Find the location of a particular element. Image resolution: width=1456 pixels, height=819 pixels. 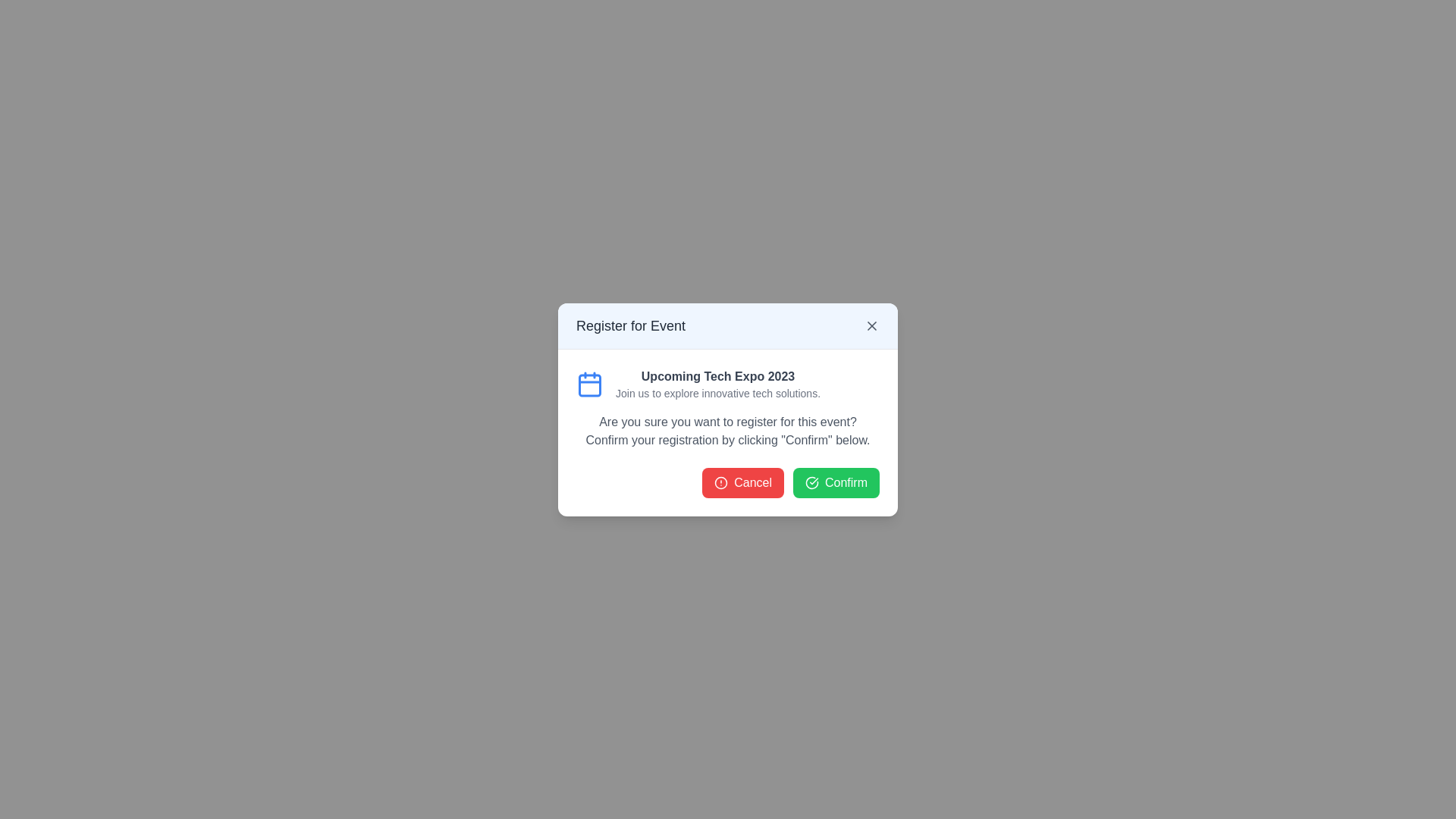

the iconic circular element of the SVG graphic that is part of the alert symbol, located to the left of the text content in the confirmation dialog box for event registration is located at coordinates (720, 482).